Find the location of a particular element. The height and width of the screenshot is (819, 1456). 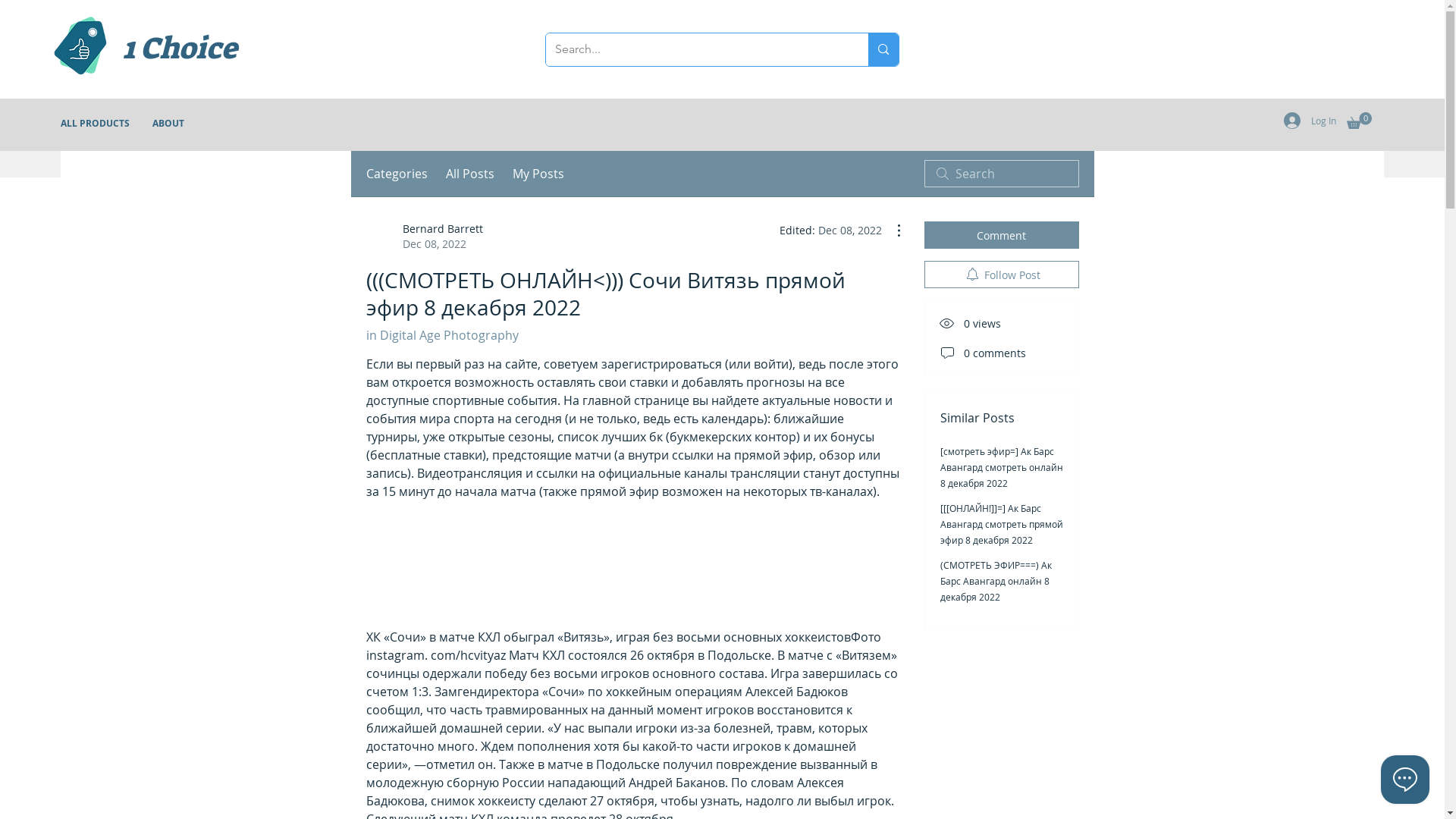

'0' is located at coordinates (1359, 119).